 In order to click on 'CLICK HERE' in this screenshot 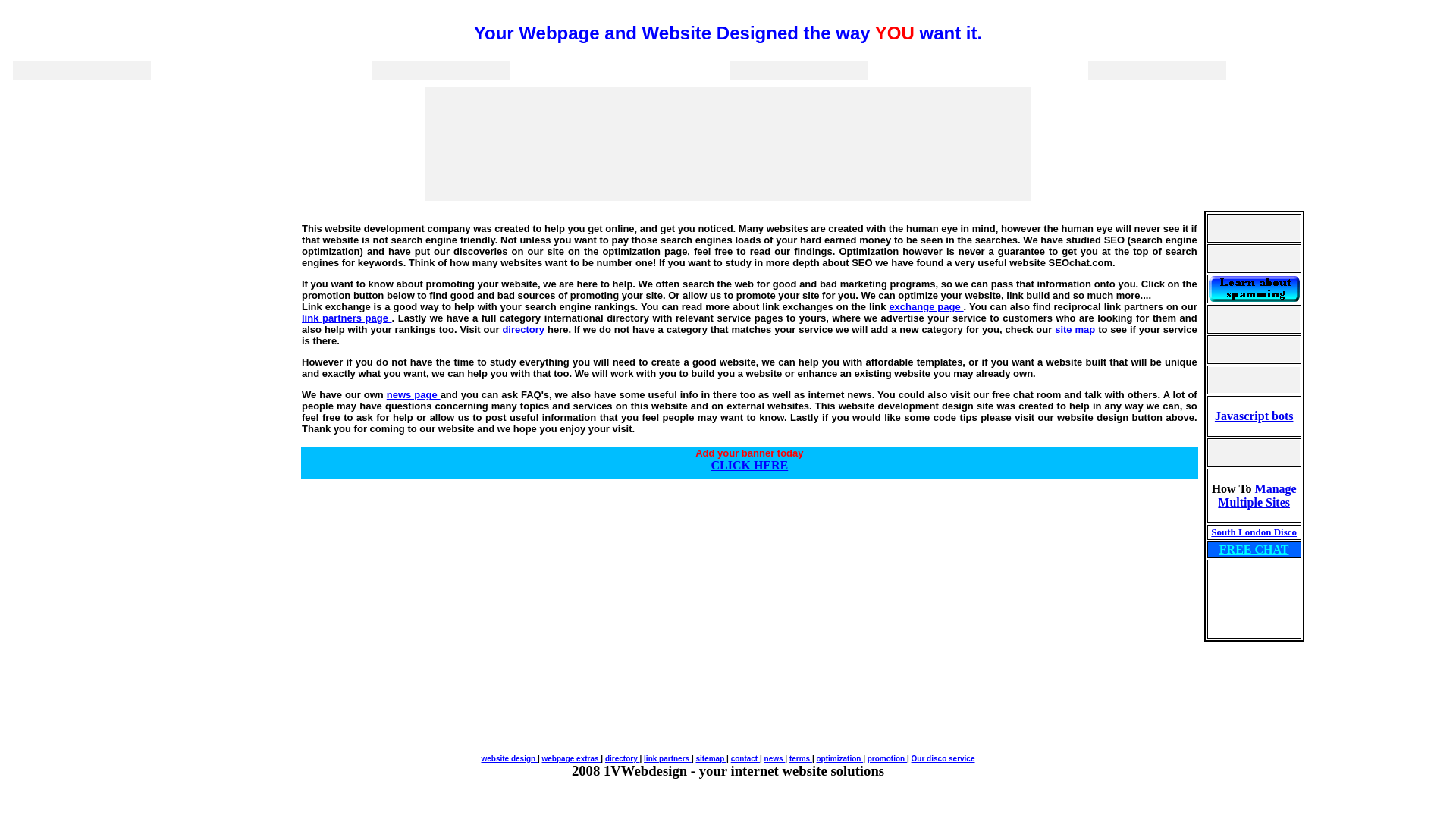, I will do `click(749, 464)`.